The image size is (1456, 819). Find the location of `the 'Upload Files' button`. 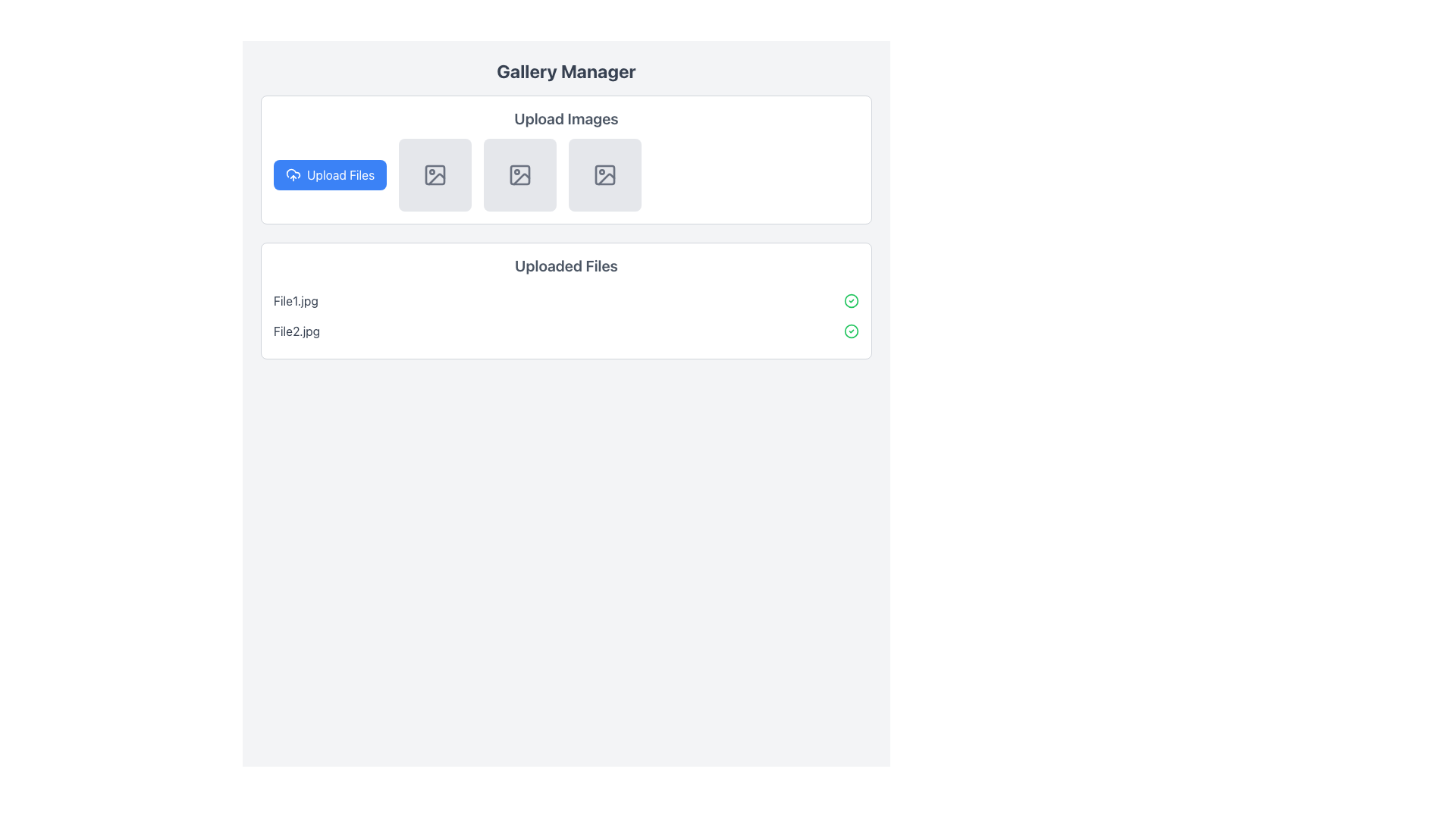

the 'Upload Files' button is located at coordinates (329, 174).